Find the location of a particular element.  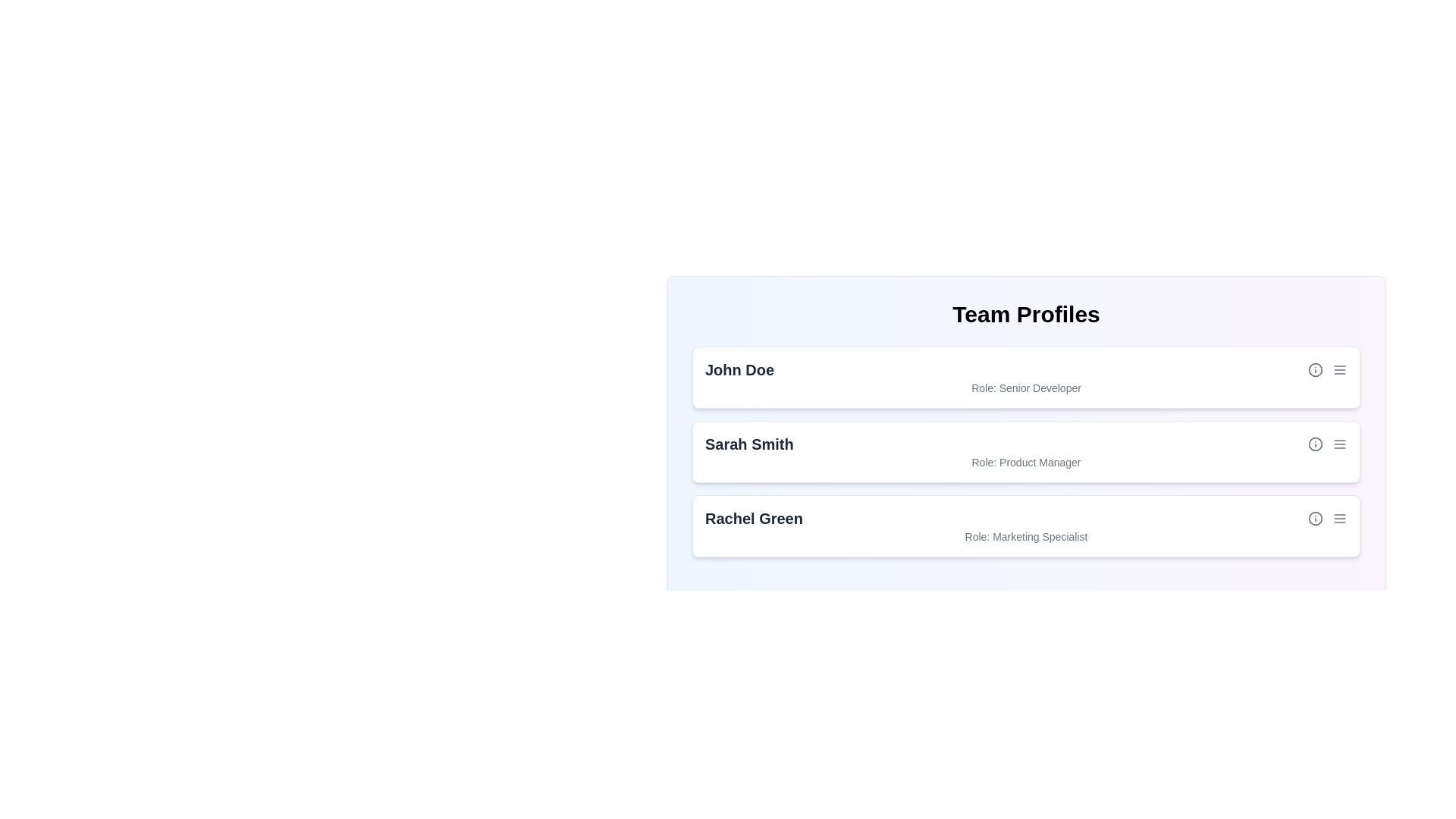

the text displaying 'Role: Product Manager', which is located below 'Sarah Smith' in the 'Team Profiles' area is located at coordinates (1026, 461).